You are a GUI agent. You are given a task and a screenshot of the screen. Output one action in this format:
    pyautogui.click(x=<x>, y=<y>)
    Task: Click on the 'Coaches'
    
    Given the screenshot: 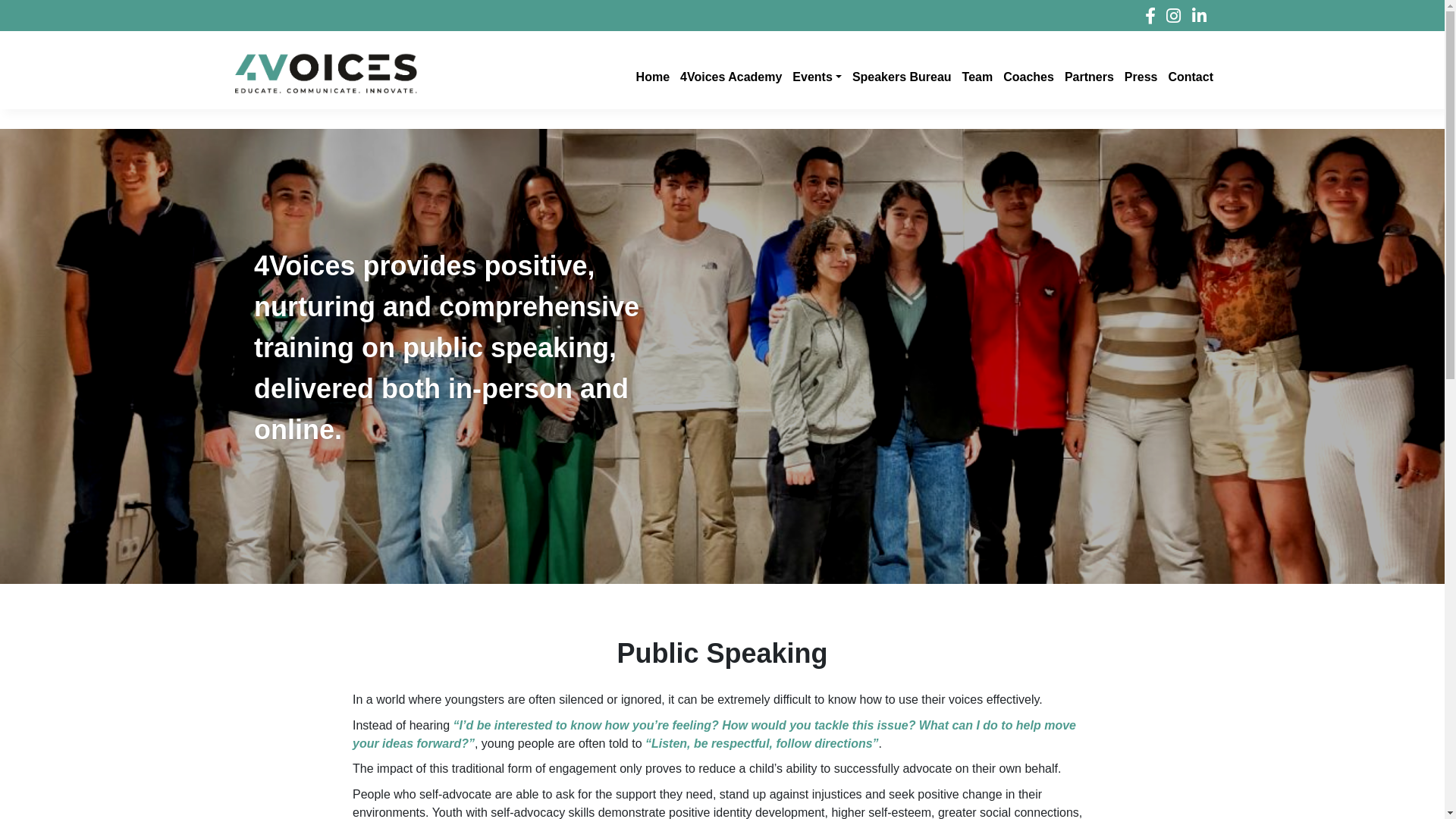 What is the action you would take?
    pyautogui.click(x=996, y=74)
    